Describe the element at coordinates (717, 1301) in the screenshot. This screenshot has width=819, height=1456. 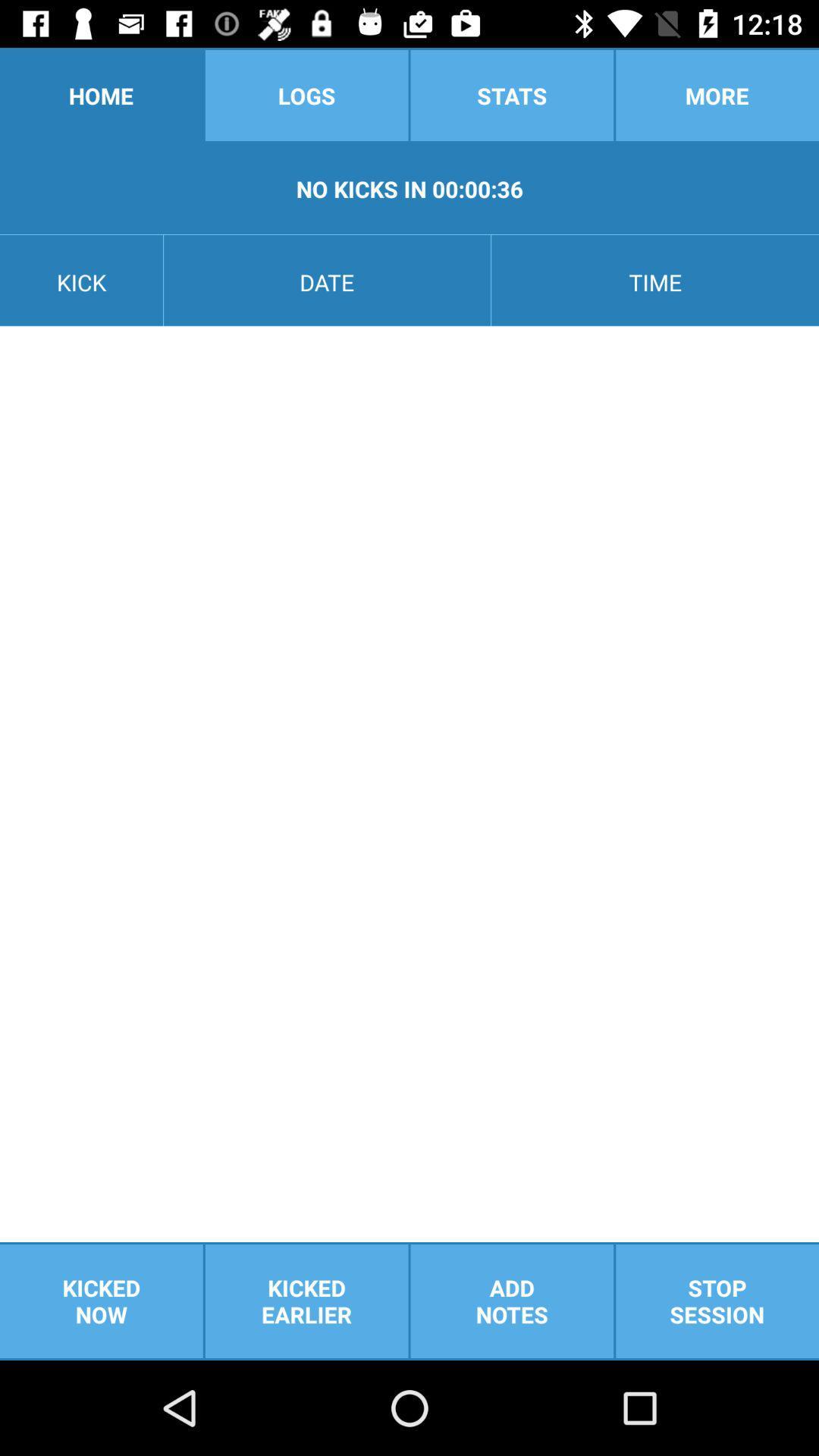
I see `stop` at that location.